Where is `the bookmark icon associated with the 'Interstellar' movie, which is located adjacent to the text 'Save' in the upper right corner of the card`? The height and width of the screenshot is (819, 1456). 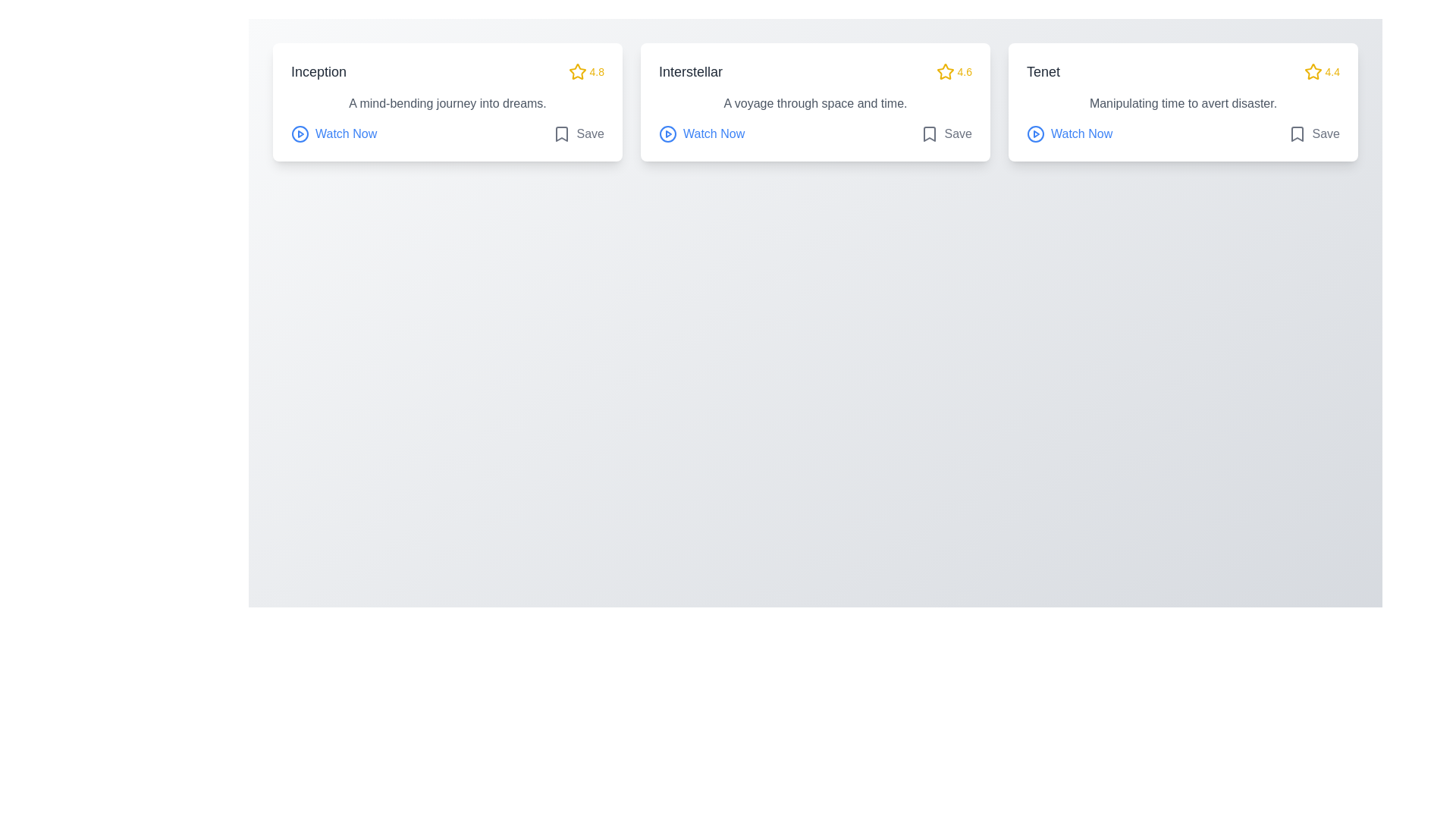 the bookmark icon associated with the 'Interstellar' movie, which is located adjacent to the text 'Save' in the upper right corner of the card is located at coordinates (928, 133).